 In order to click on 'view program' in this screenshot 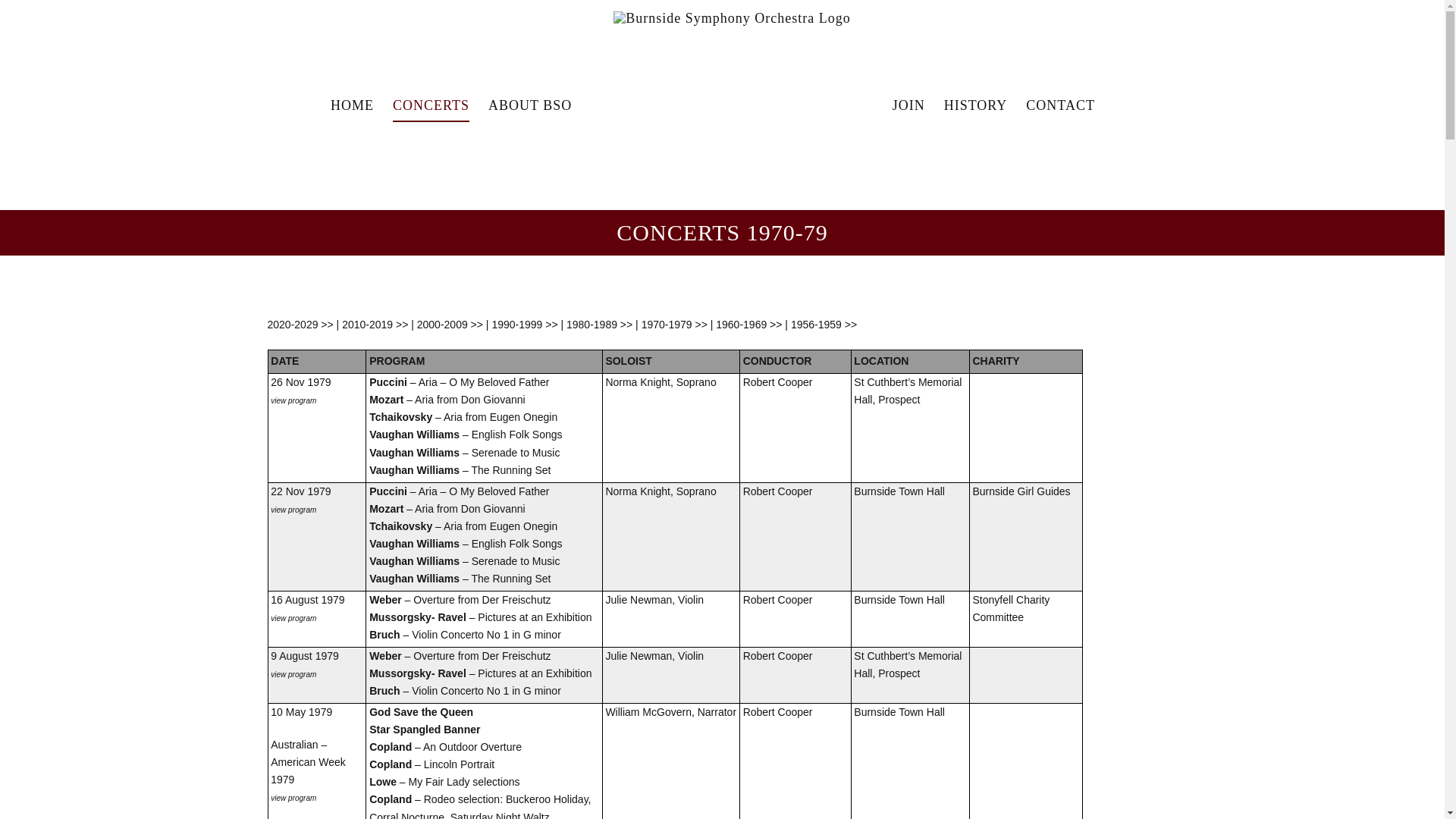, I will do `click(270, 795)`.